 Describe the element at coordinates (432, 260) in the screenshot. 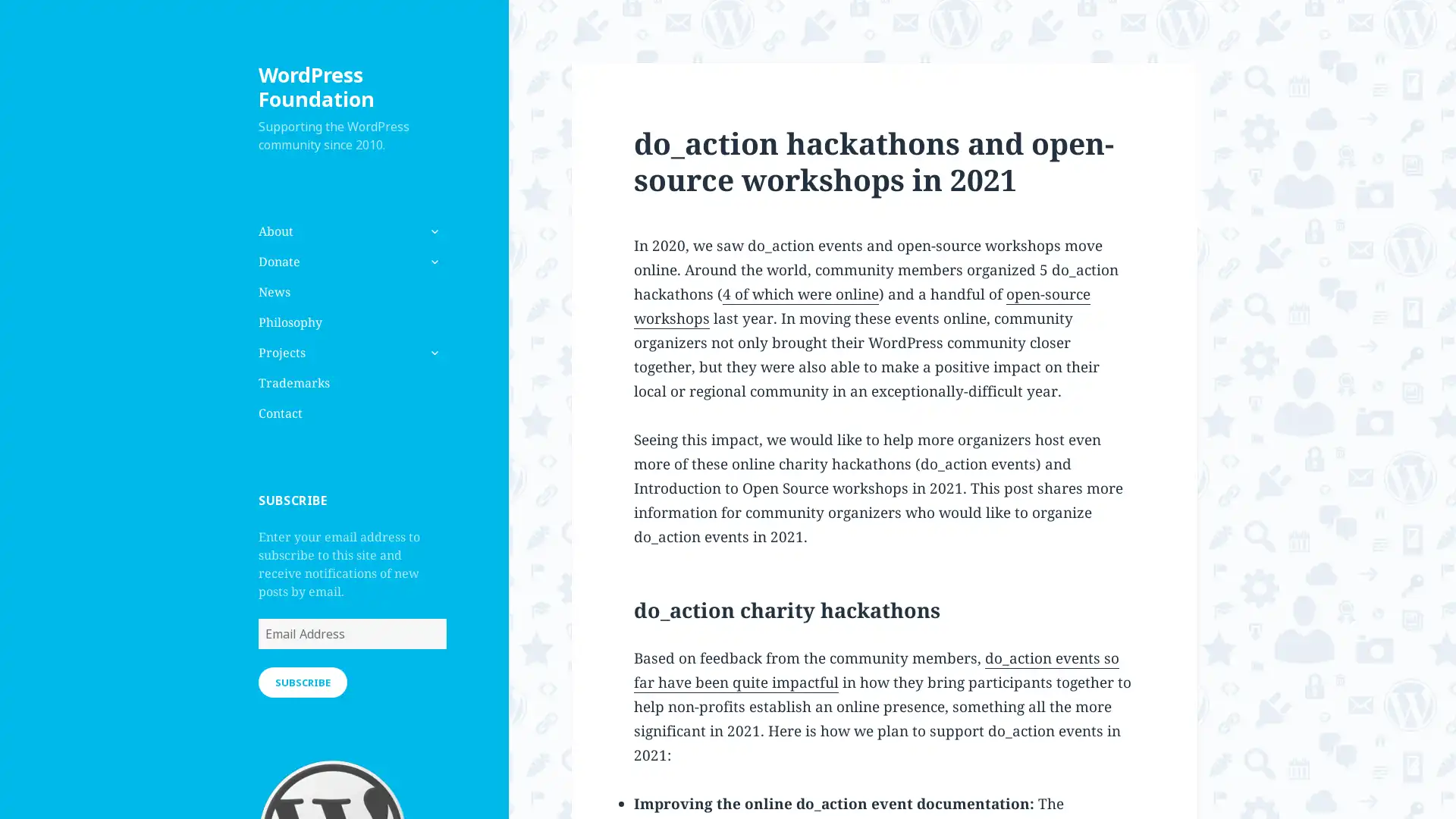

I see `expand child menu` at that location.